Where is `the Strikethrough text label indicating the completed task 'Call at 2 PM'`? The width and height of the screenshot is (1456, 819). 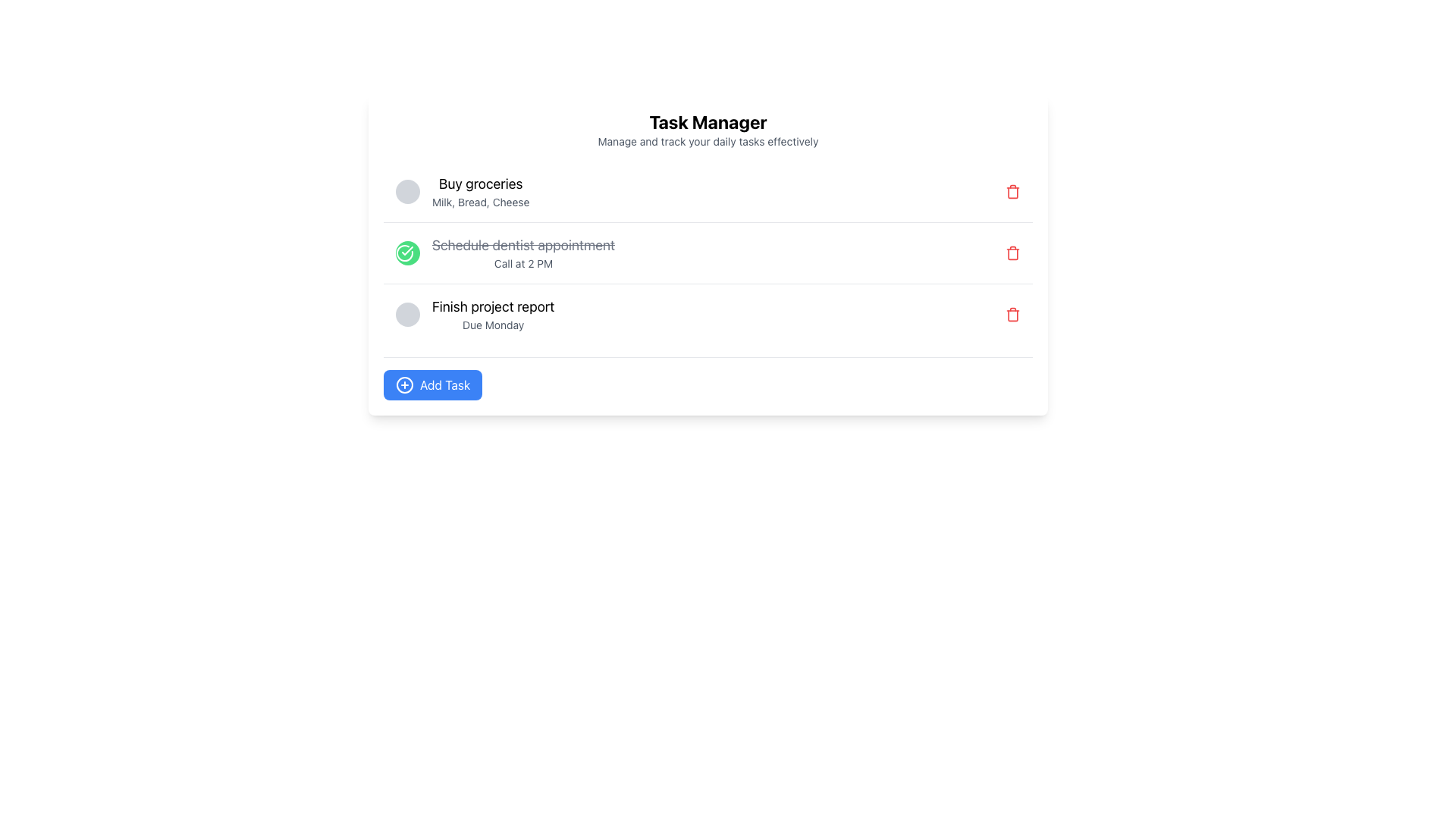 the Strikethrough text label indicating the completed task 'Call at 2 PM' is located at coordinates (523, 245).